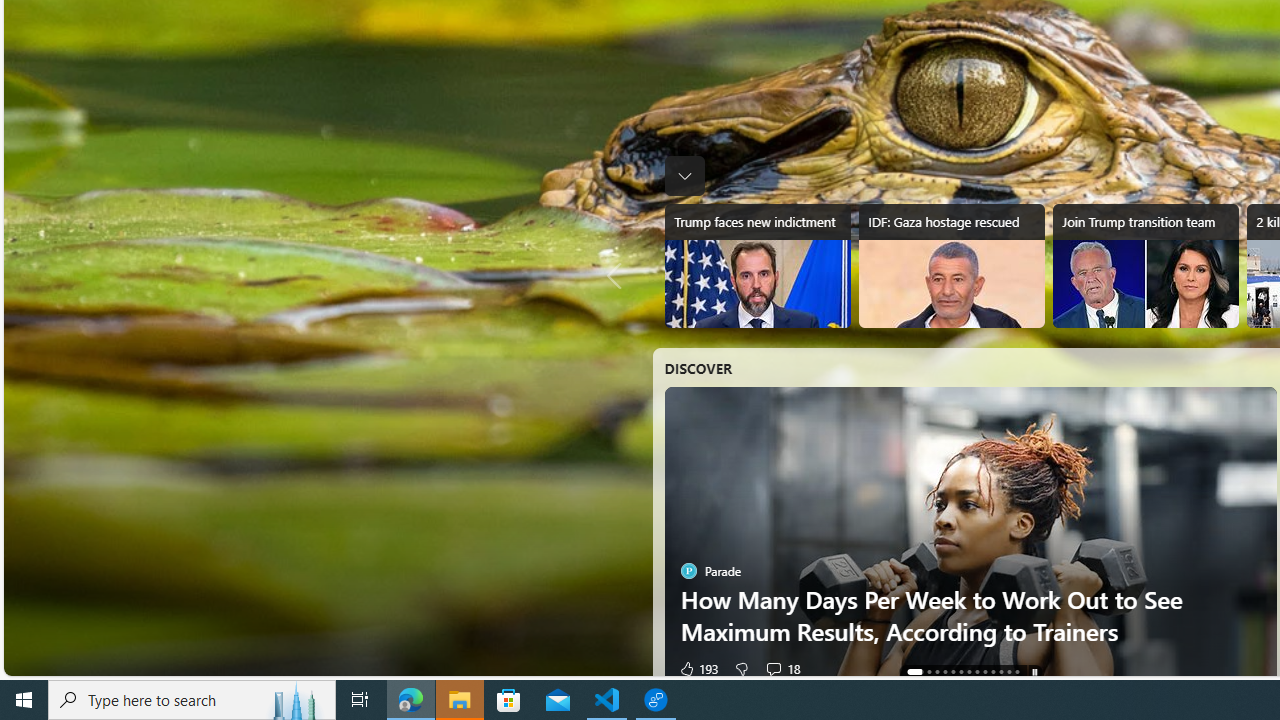  What do you see at coordinates (907, 672) in the screenshot?
I see `'AutomationID: tab-0'` at bounding box center [907, 672].